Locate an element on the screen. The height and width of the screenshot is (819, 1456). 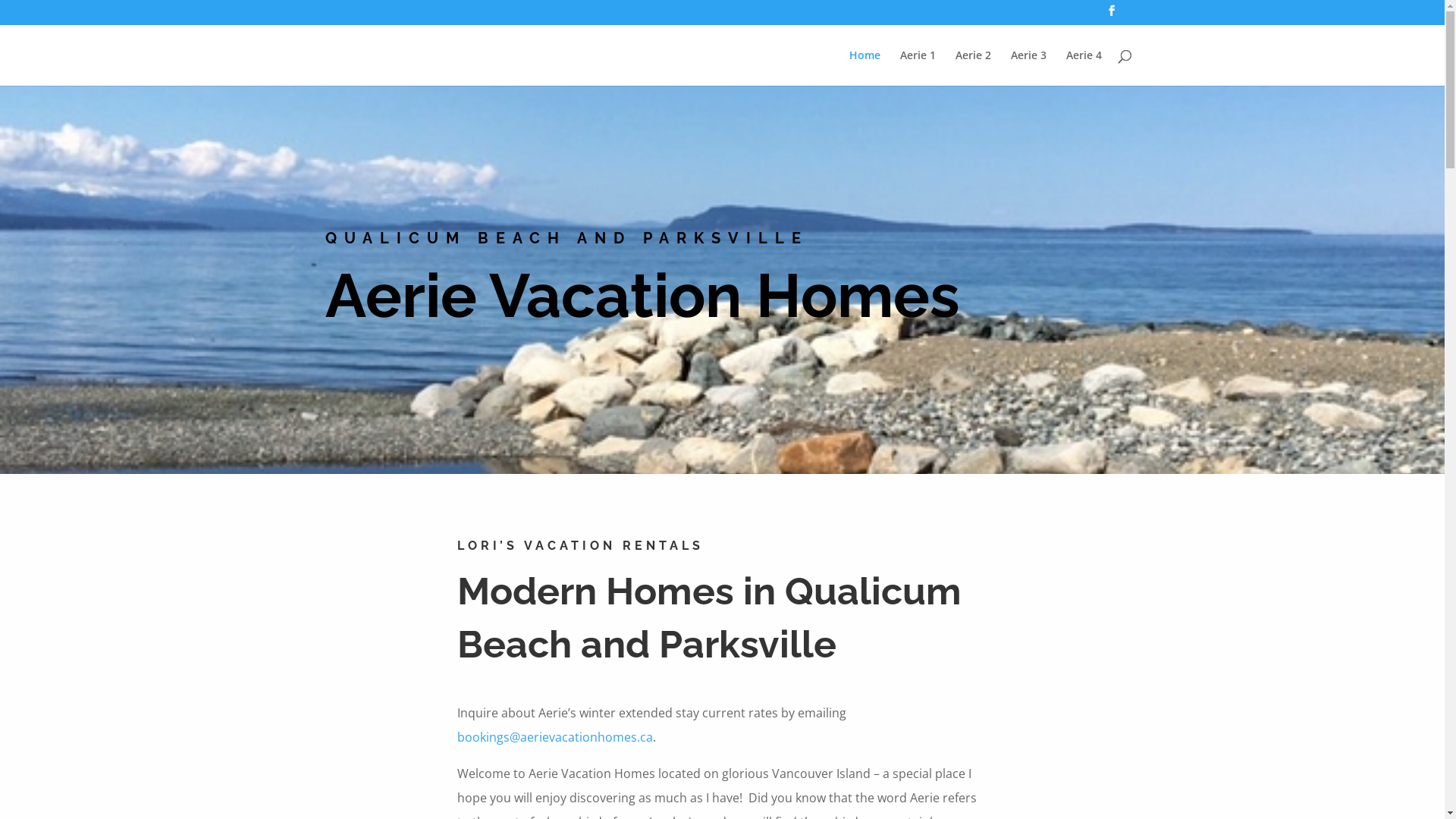
'Home' is located at coordinates (864, 67).